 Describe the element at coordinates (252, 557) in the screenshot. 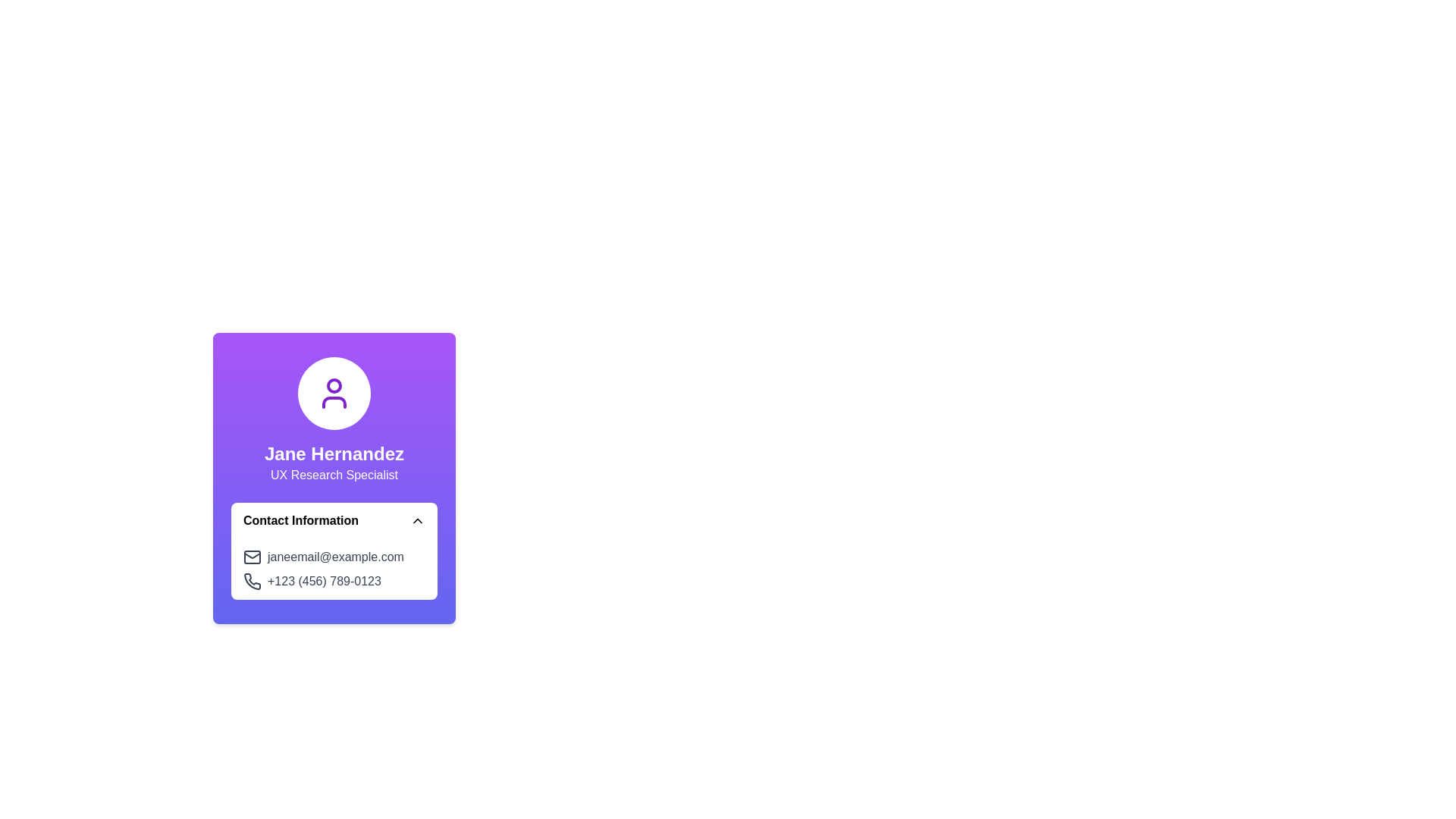

I see `the email address icon located at the start of the row displaying the email address within the 'Contact Information' card` at that location.